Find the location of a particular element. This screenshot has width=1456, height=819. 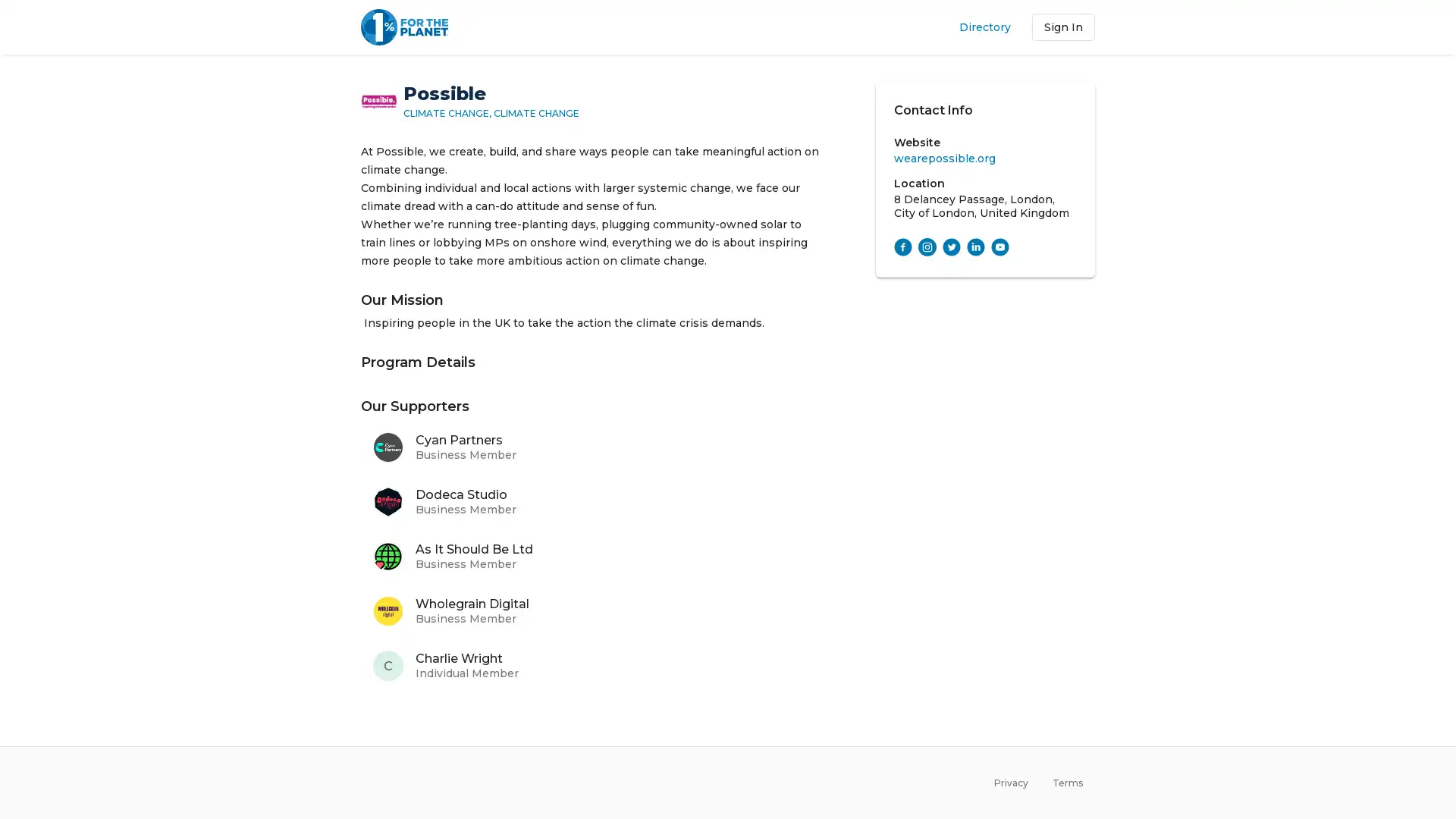

Sign In is located at coordinates (1062, 27).